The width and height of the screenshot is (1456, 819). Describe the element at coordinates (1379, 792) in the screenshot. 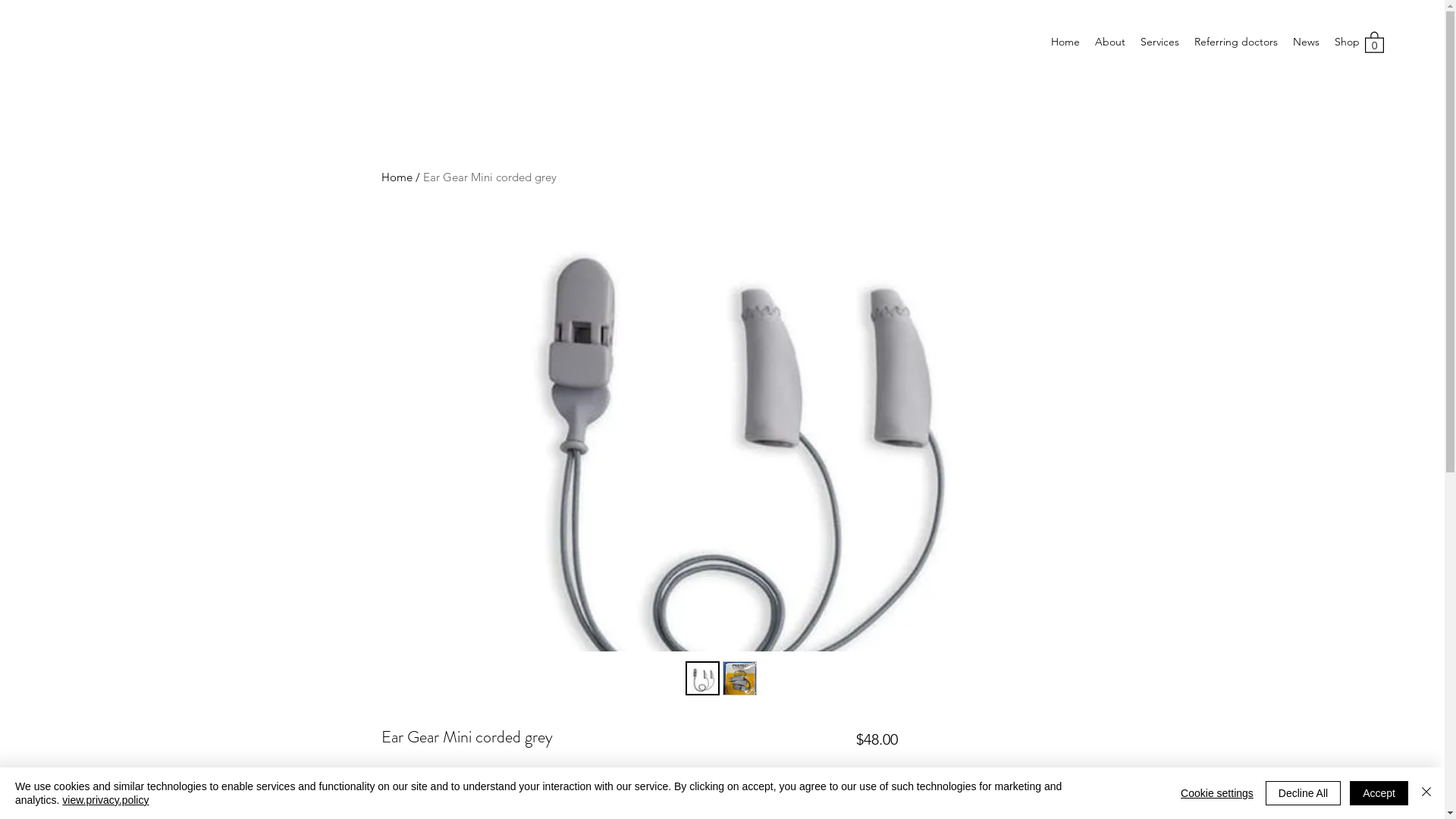

I see `'Accept'` at that location.